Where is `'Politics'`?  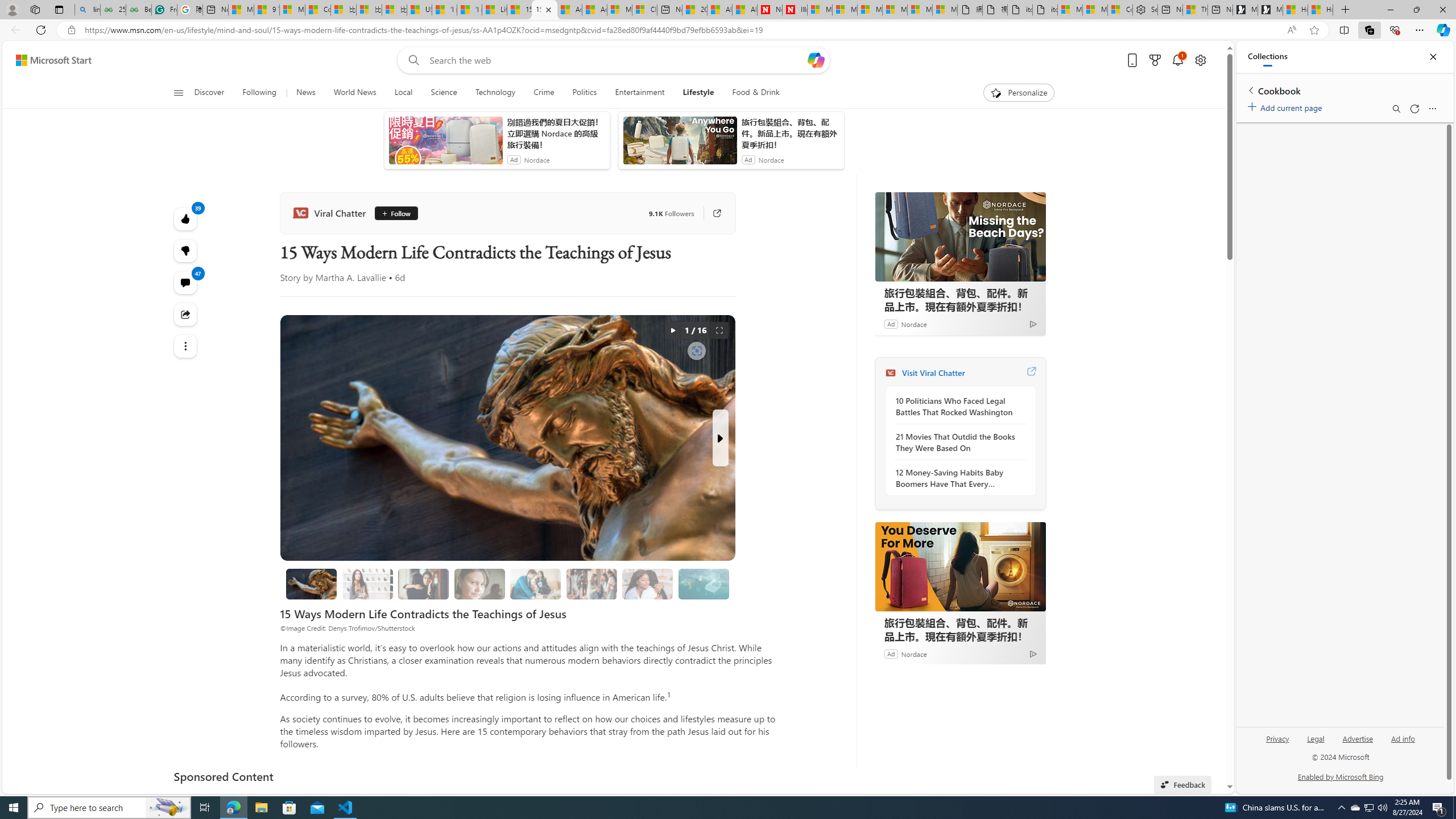
'Politics' is located at coordinates (584, 92).